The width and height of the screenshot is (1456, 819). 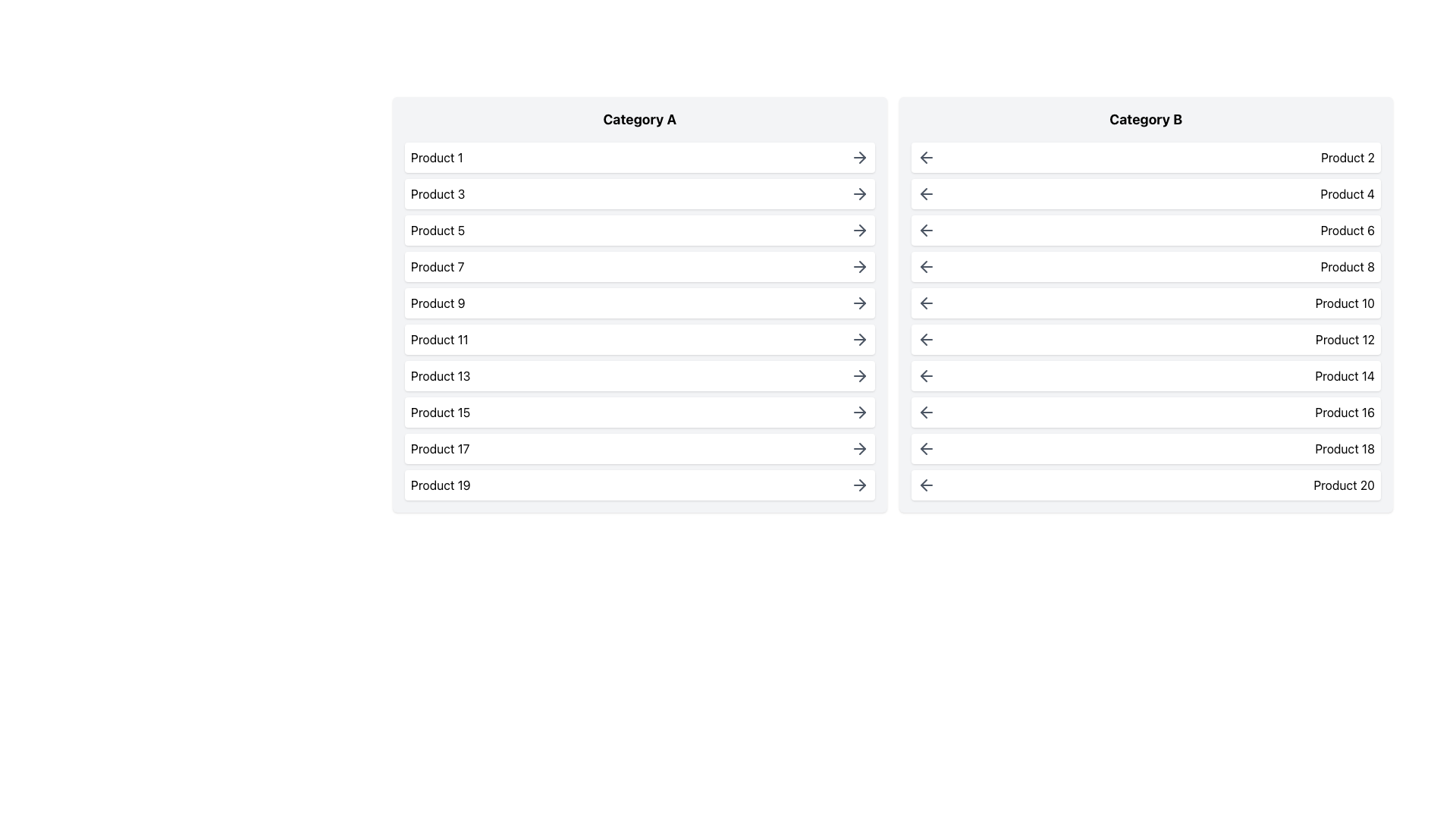 What do you see at coordinates (639, 231) in the screenshot?
I see `the Interactive List Item labeled 'Product 5' for keyboard interaction` at bounding box center [639, 231].